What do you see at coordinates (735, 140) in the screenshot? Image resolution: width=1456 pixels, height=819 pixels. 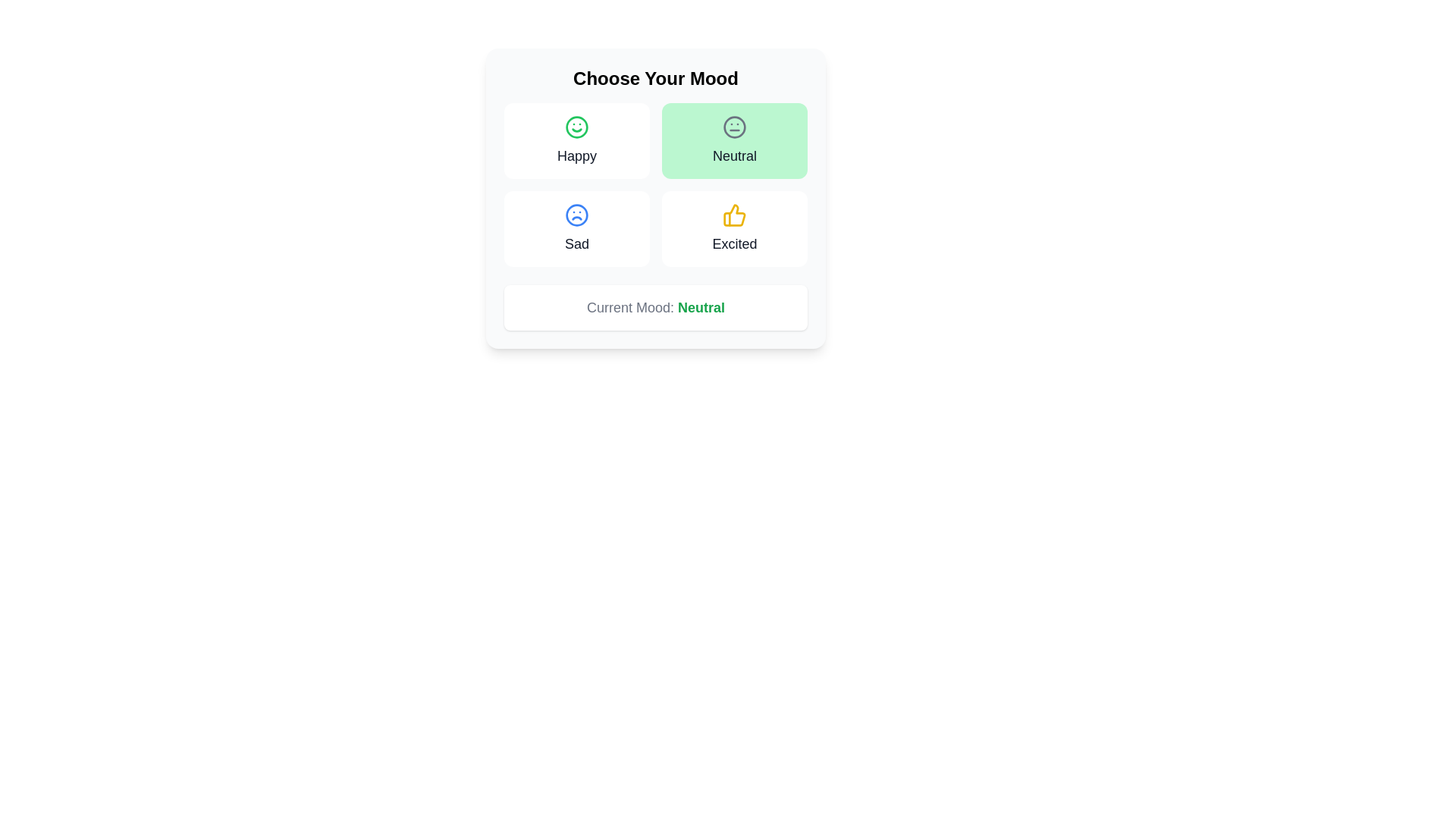 I see `the 'Neutral' button with a light green background and neutral-face icon` at bounding box center [735, 140].